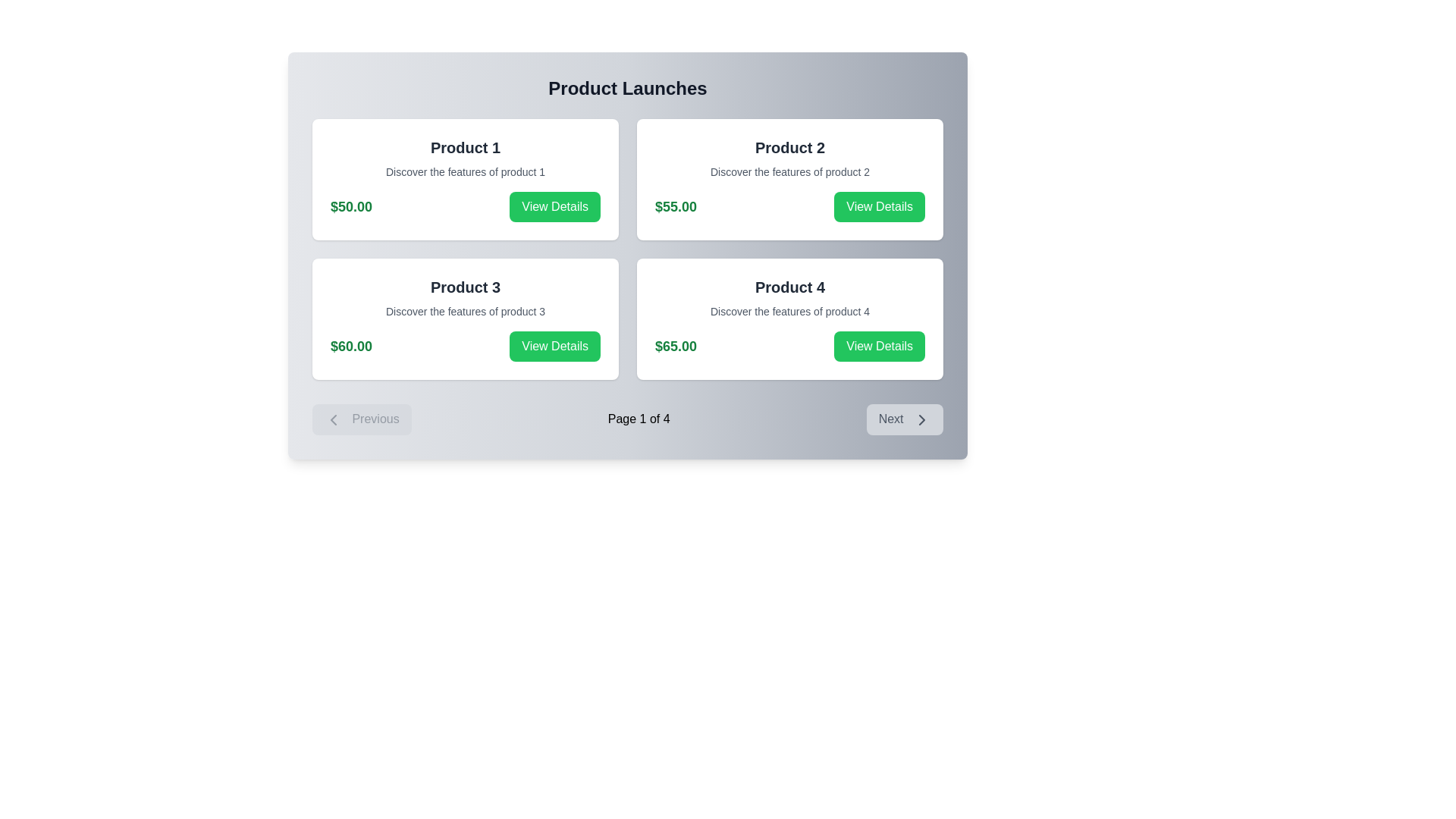 The width and height of the screenshot is (1456, 819). Describe the element at coordinates (465, 311) in the screenshot. I see `the Text label that describes the product, located below the title 'Product 3' in the bottom-left card of the grid layout` at that location.